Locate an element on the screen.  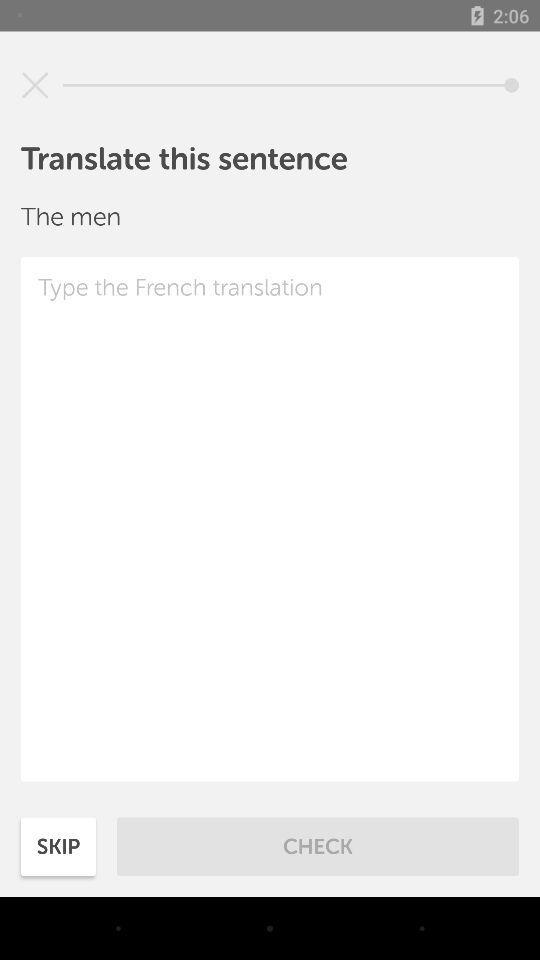
skip at the bottom left corner is located at coordinates (58, 845).